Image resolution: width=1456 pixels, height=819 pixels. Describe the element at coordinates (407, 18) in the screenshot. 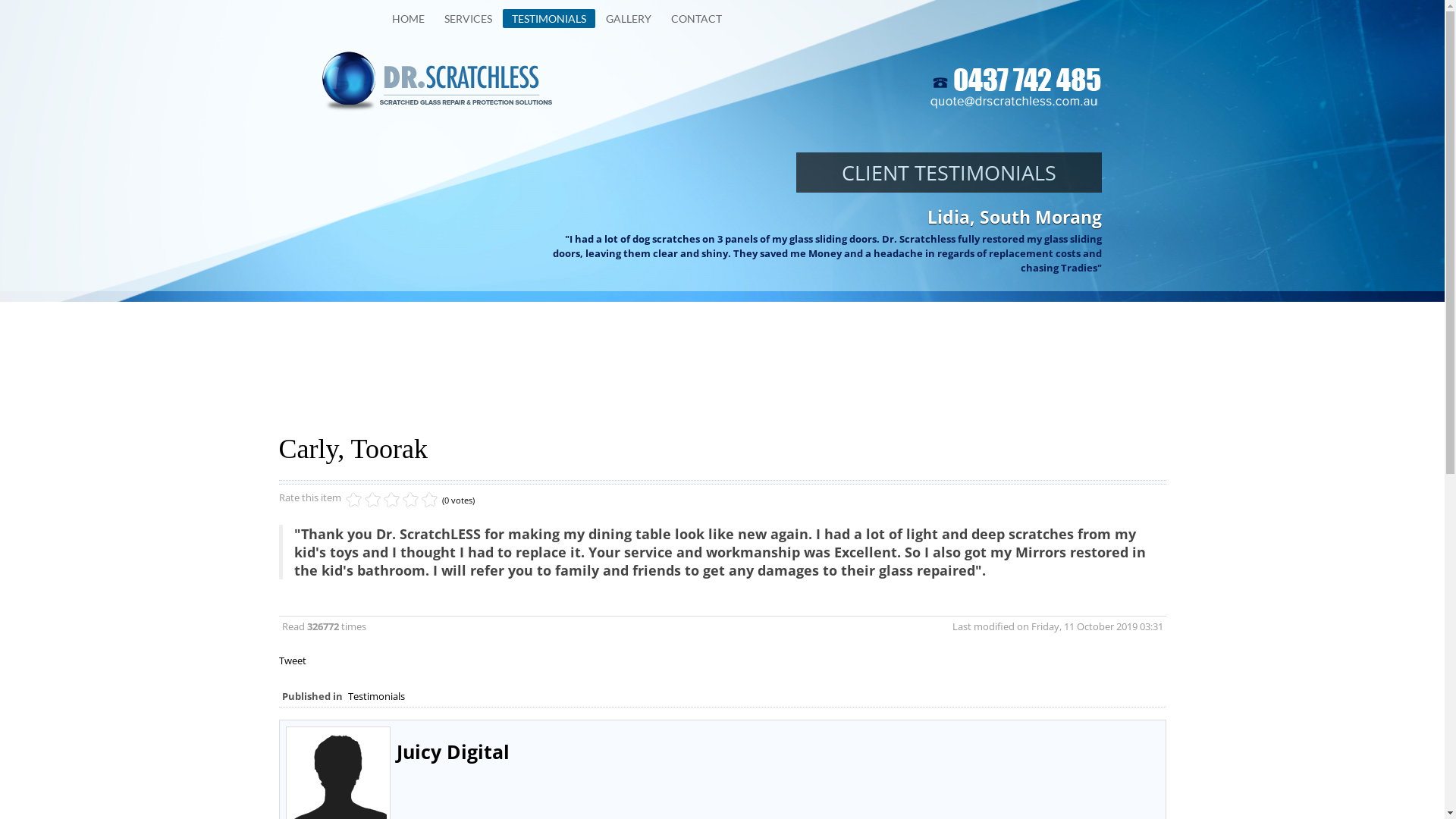

I see `'HOME'` at that location.